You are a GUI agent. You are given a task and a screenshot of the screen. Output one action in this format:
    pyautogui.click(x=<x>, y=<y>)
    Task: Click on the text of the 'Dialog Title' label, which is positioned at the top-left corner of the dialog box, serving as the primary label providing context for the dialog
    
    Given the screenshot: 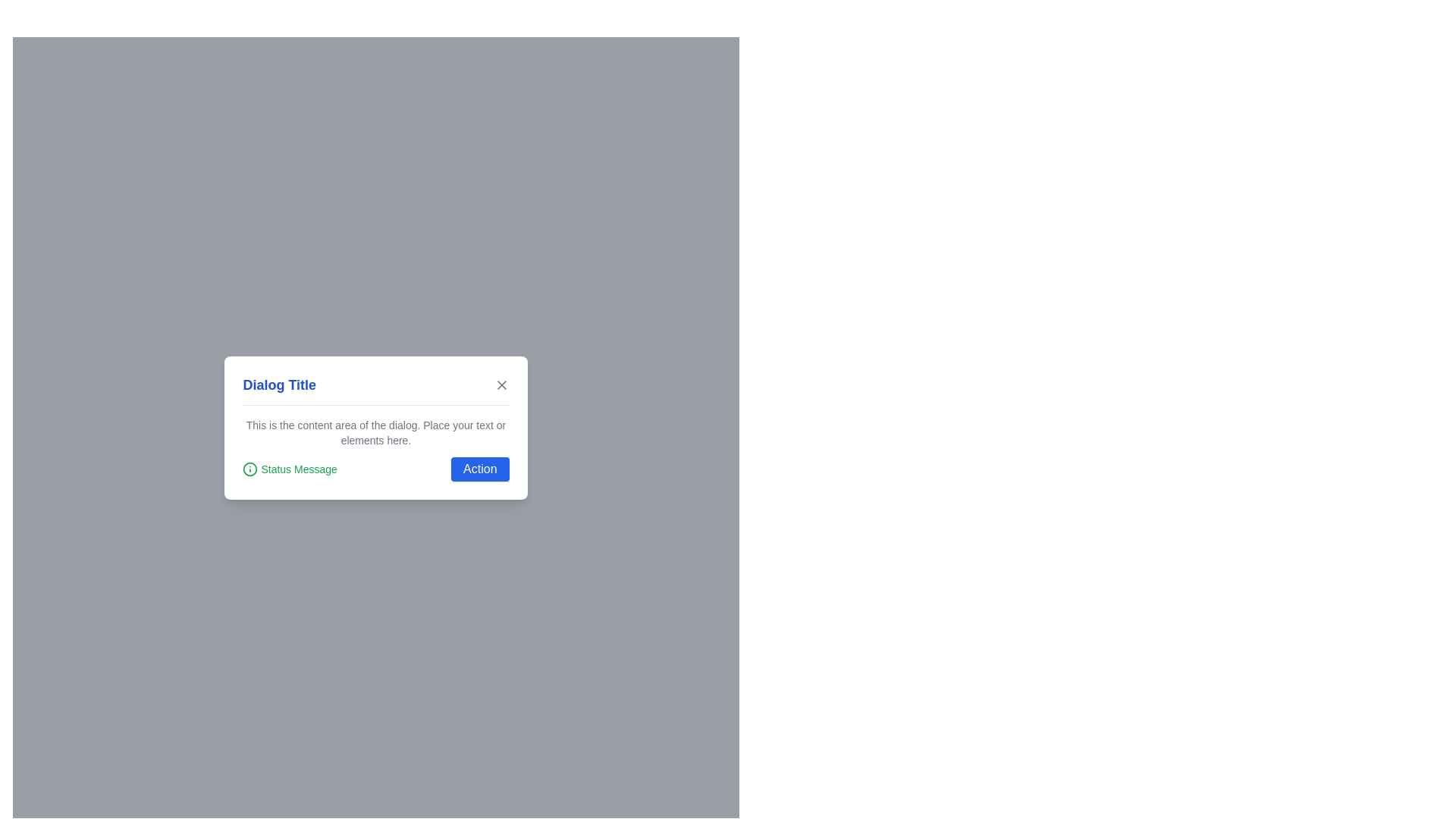 What is the action you would take?
    pyautogui.click(x=279, y=384)
    